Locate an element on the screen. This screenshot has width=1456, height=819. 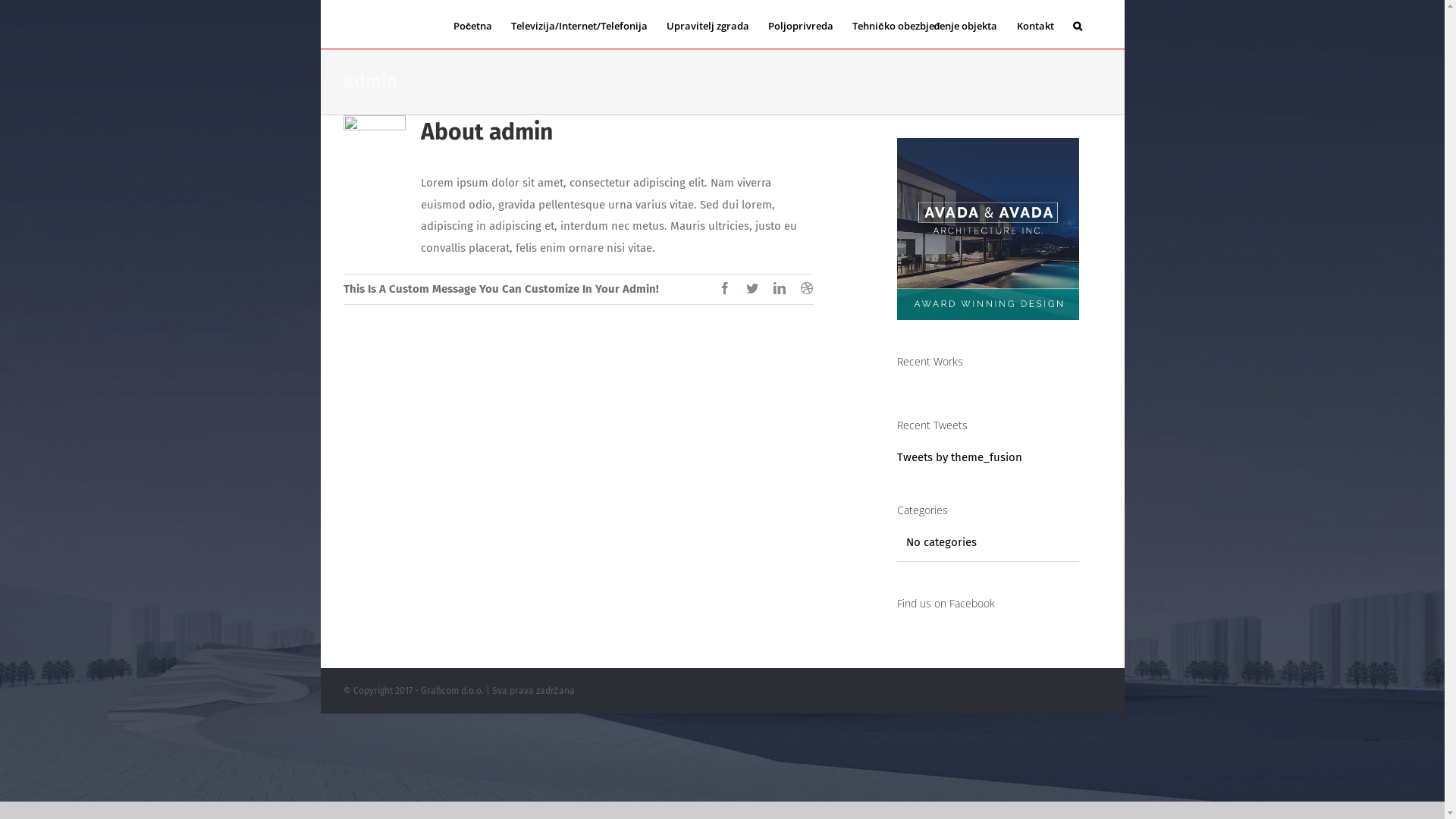
'Tweets by theme_fusion' is located at coordinates (896, 456).